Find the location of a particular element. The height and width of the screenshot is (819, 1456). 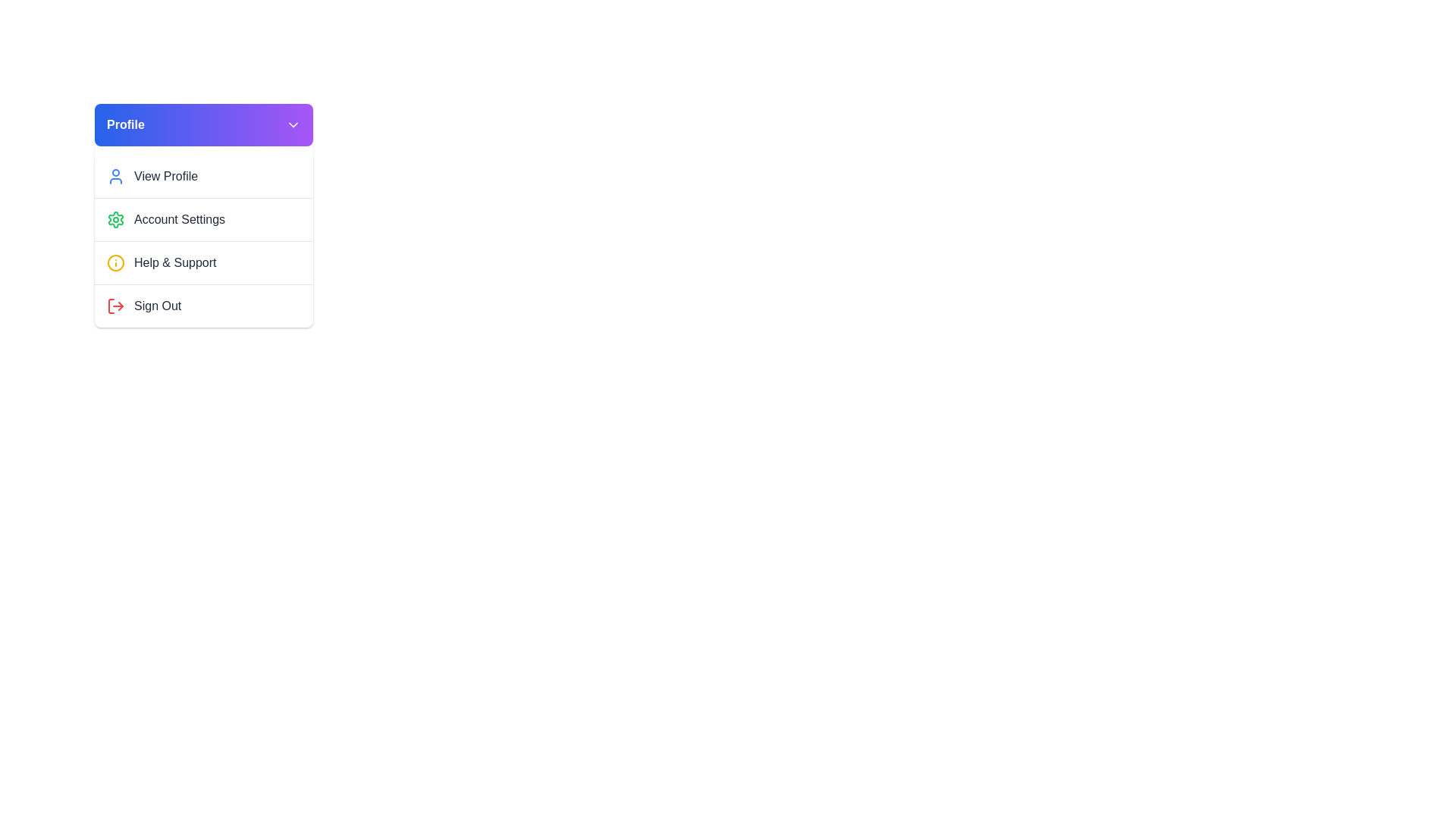

the first text label in the 'Profile' dropdown panel is located at coordinates (166, 175).